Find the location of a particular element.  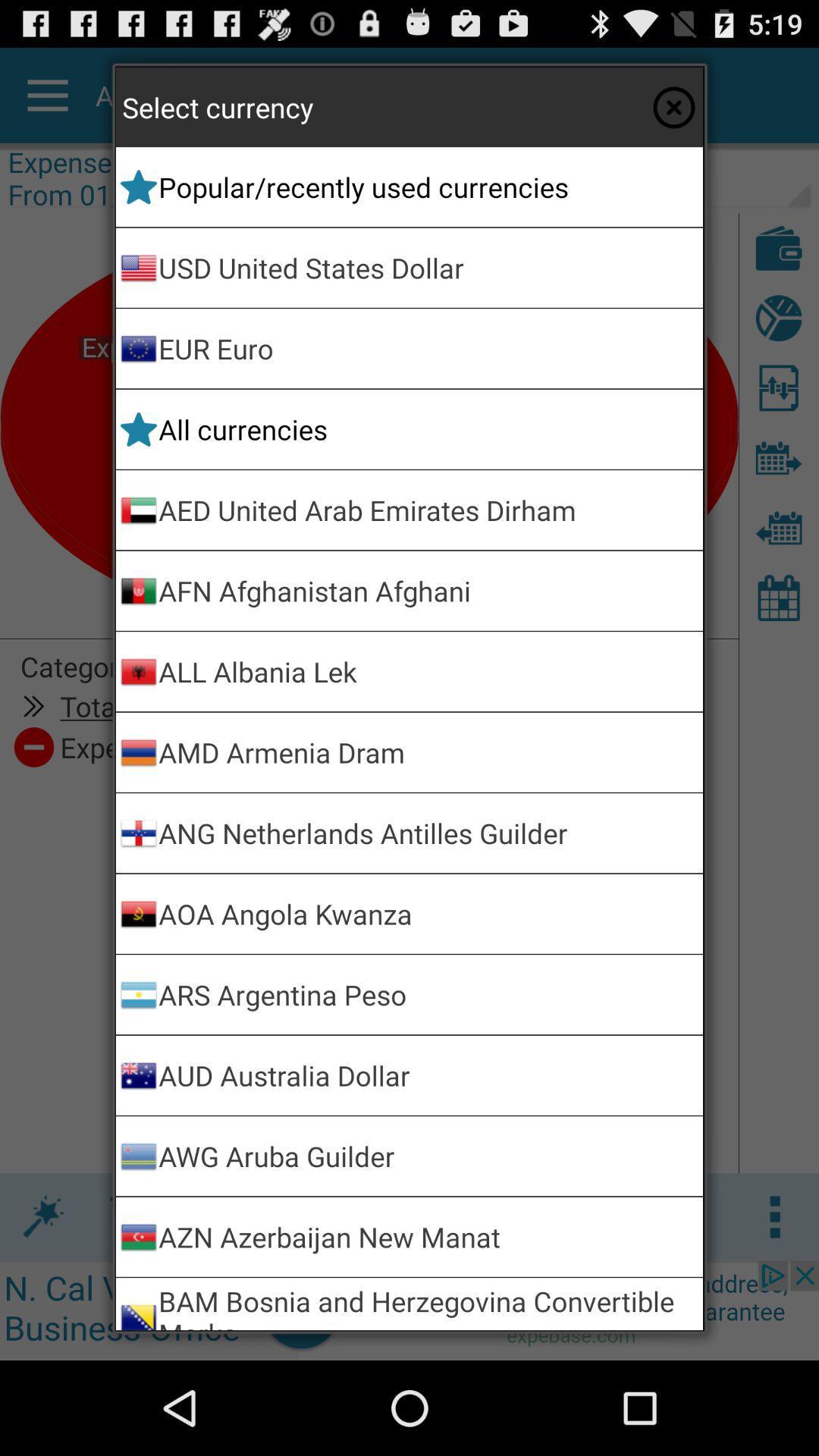

popular recently used item is located at coordinates (428, 186).